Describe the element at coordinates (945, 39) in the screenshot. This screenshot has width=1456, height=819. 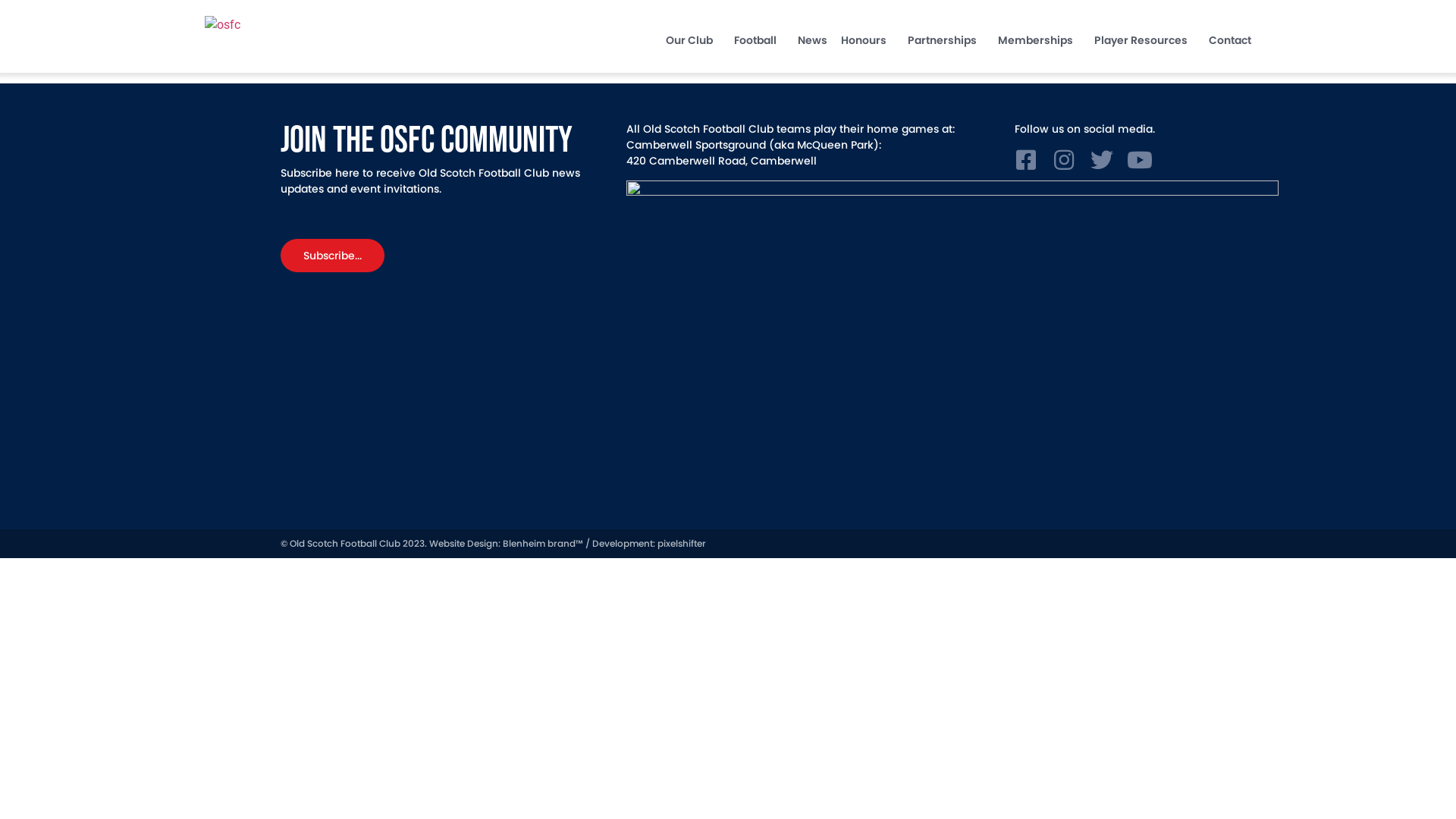
I see `'Partnerships'` at that location.